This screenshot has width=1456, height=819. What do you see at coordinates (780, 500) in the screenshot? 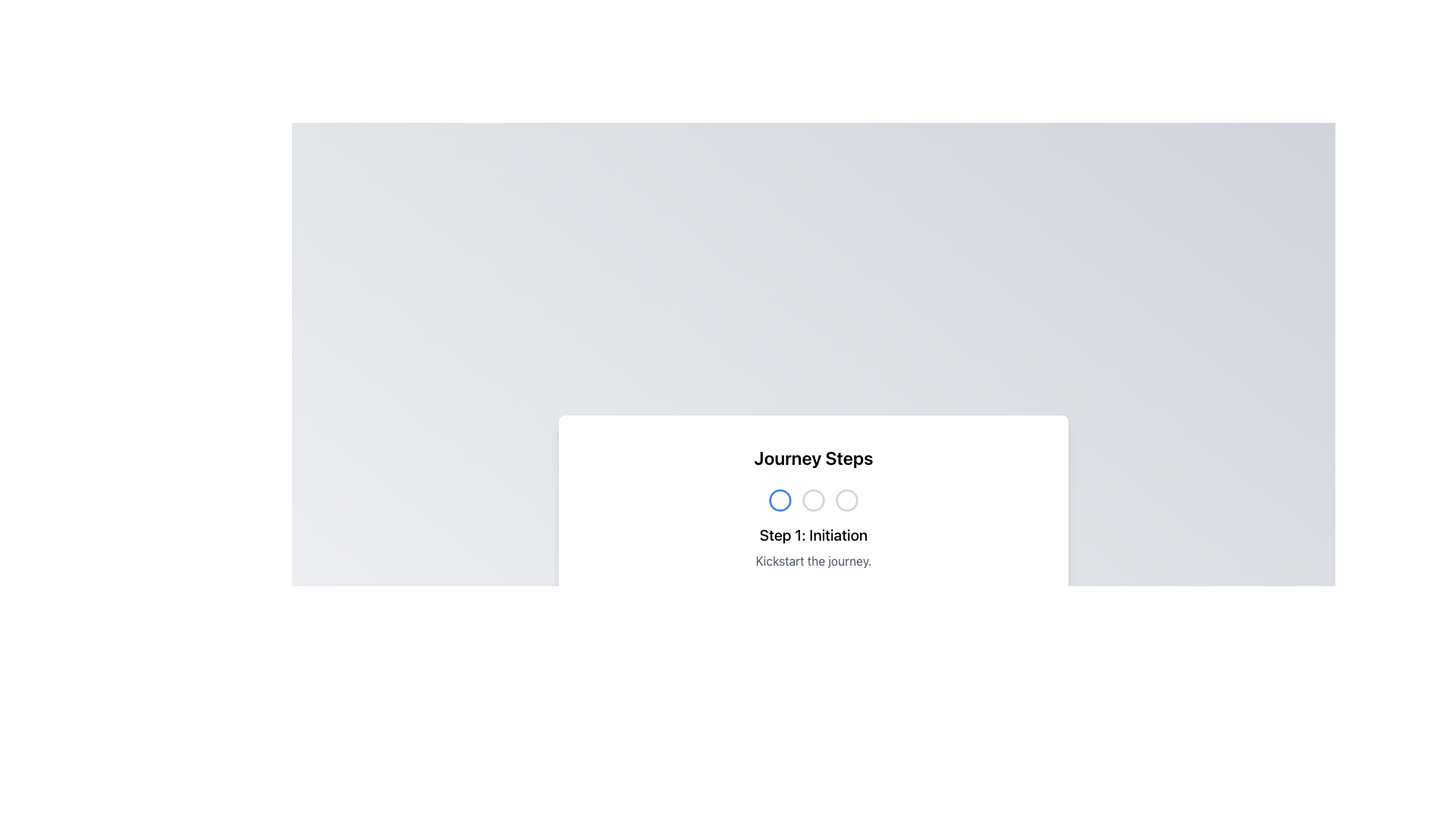
I see `the first Circle graphic that indicates the status of the first step in the process, located under 'Journey Steps' and above 'Step 1: Initiation'` at bounding box center [780, 500].